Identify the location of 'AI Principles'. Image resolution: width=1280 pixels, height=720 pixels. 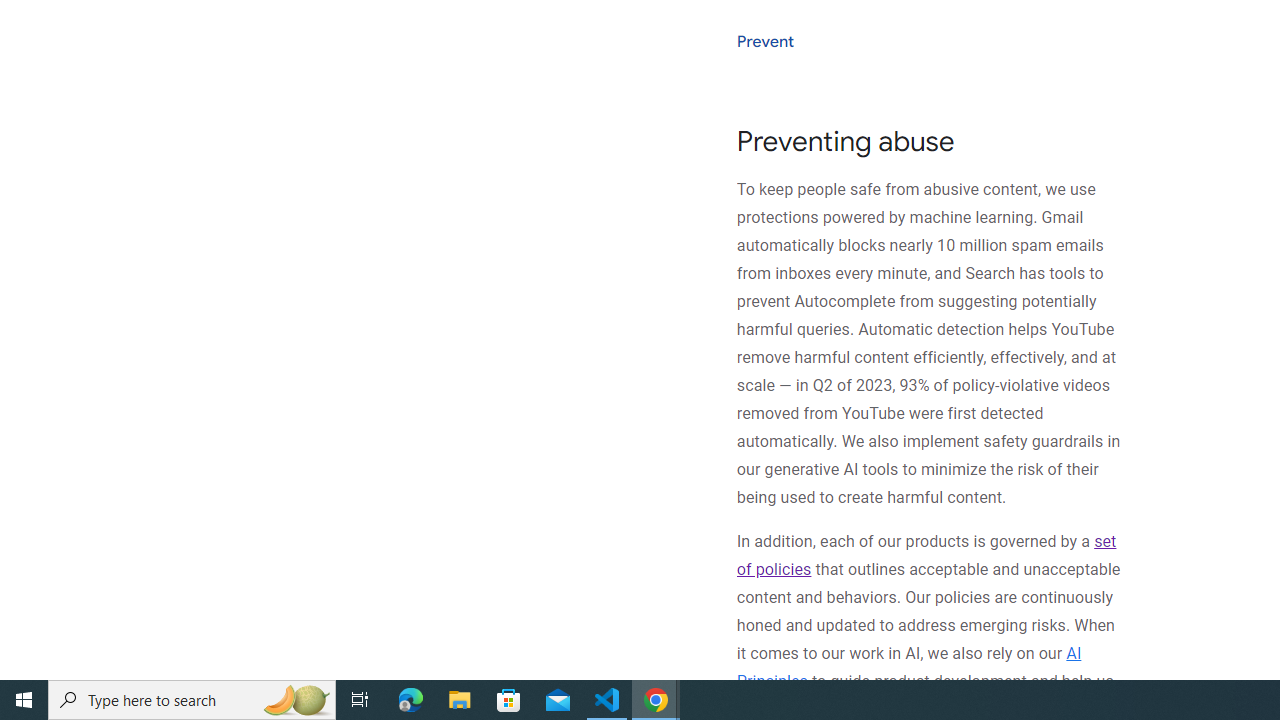
(907, 667).